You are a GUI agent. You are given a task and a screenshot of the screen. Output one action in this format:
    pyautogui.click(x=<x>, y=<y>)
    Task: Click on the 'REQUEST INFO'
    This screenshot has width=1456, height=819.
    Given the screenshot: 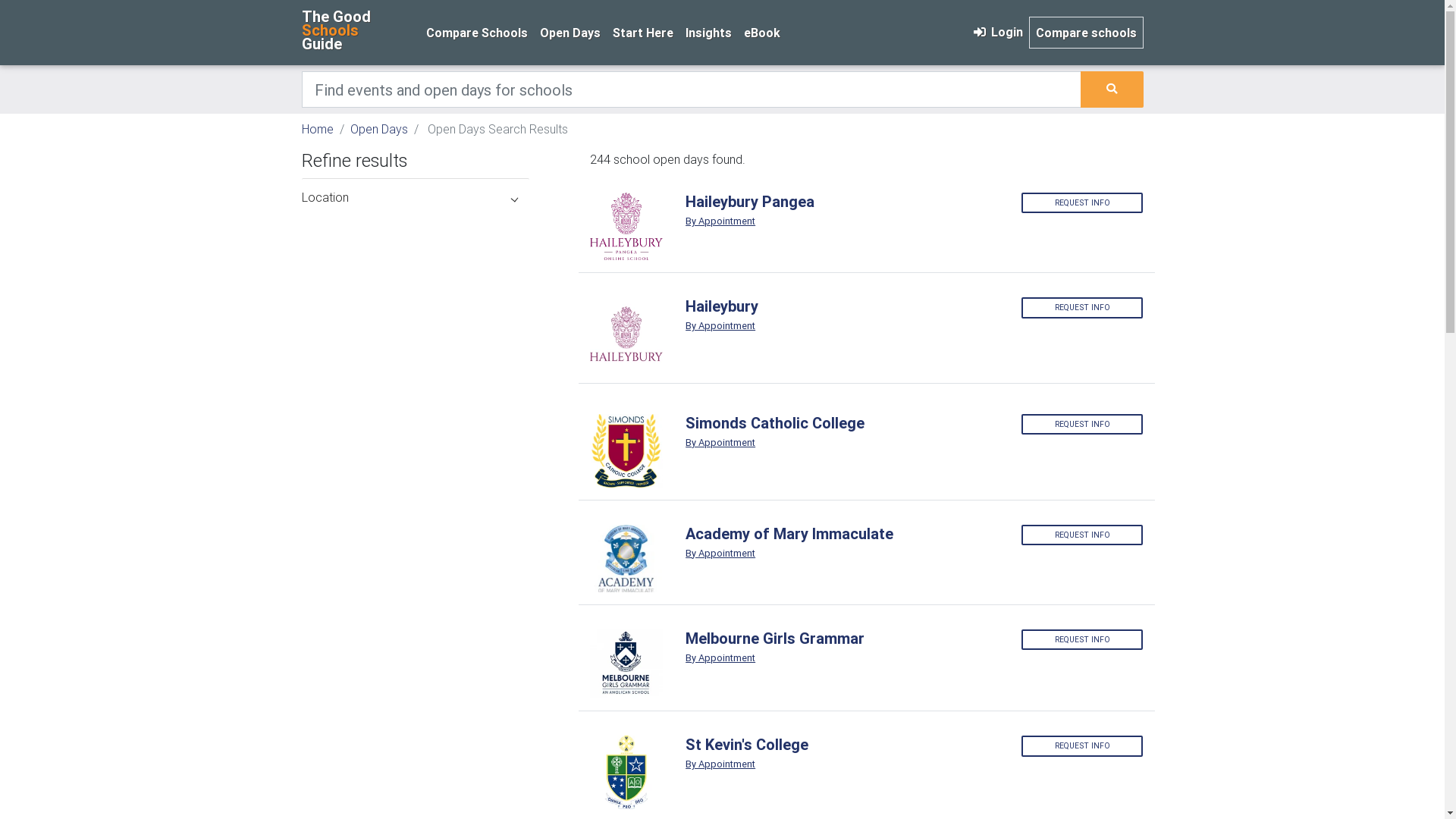 What is the action you would take?
    pyautogui.click(x=1081, y=639)
    